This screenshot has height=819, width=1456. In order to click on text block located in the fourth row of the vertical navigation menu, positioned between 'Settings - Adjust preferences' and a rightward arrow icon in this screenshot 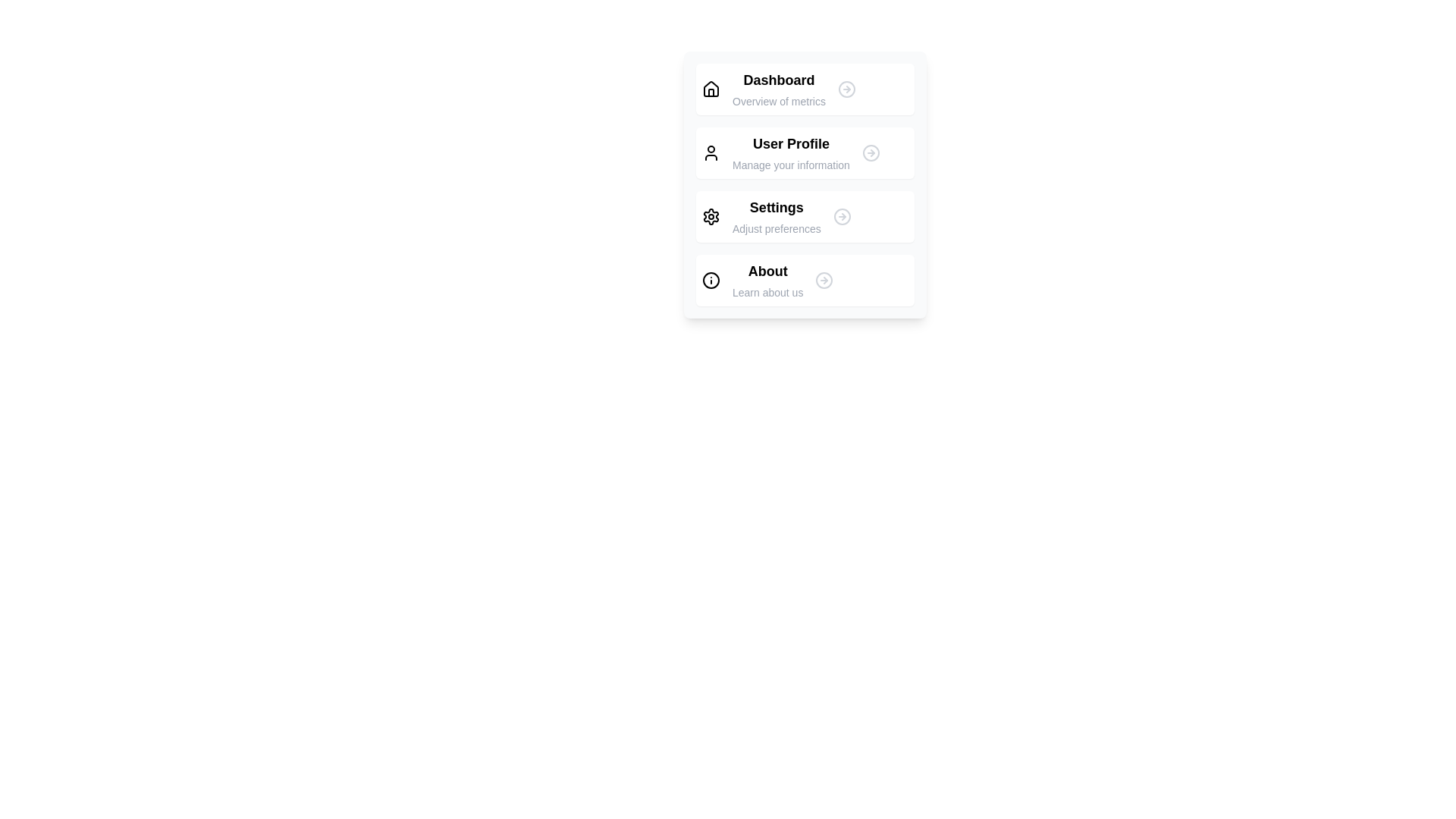, I will do `click(767, 281)`.